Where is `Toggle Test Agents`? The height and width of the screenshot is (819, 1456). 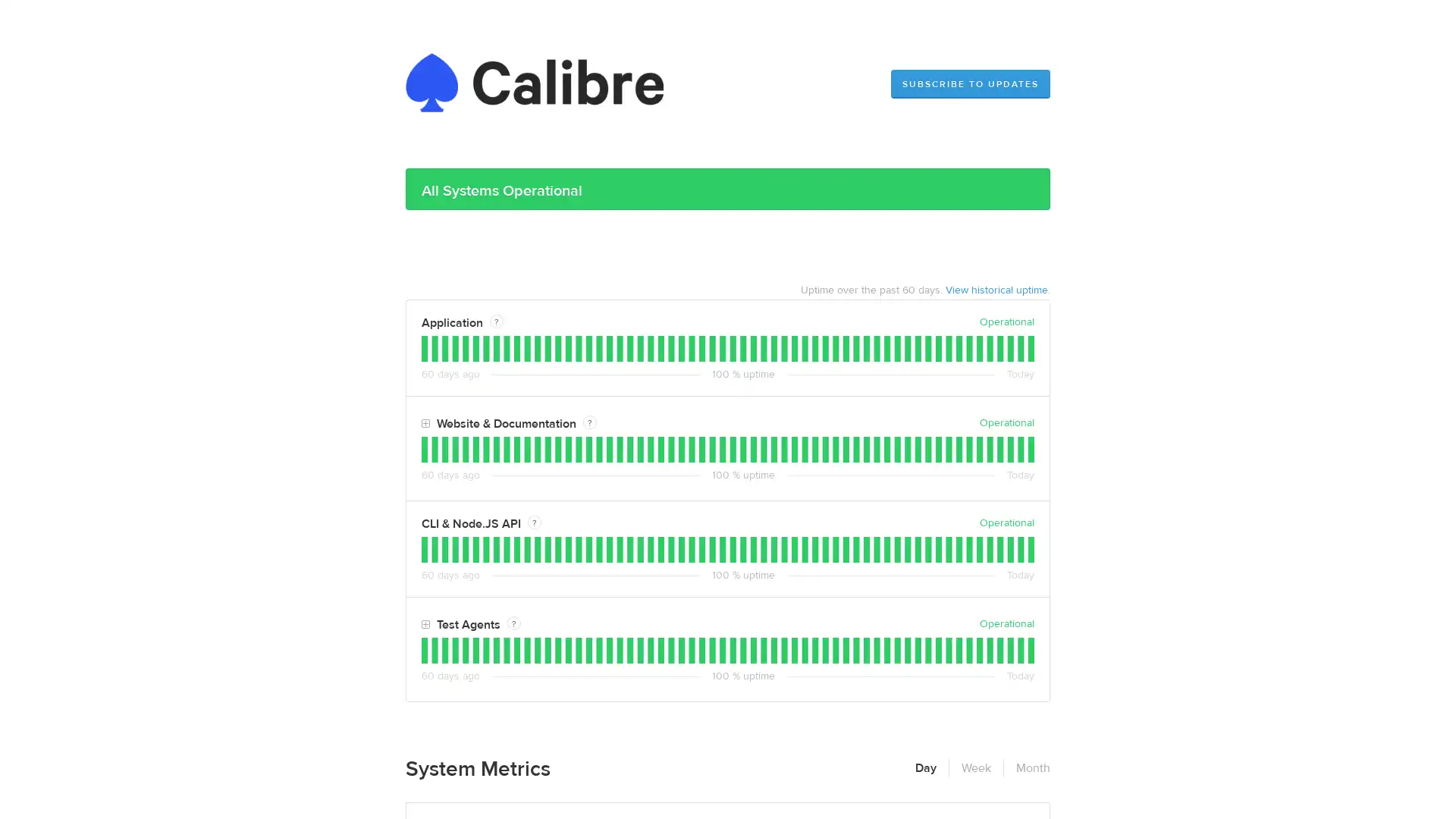 Toggle Test Agents is located at coordinates (425, 625).